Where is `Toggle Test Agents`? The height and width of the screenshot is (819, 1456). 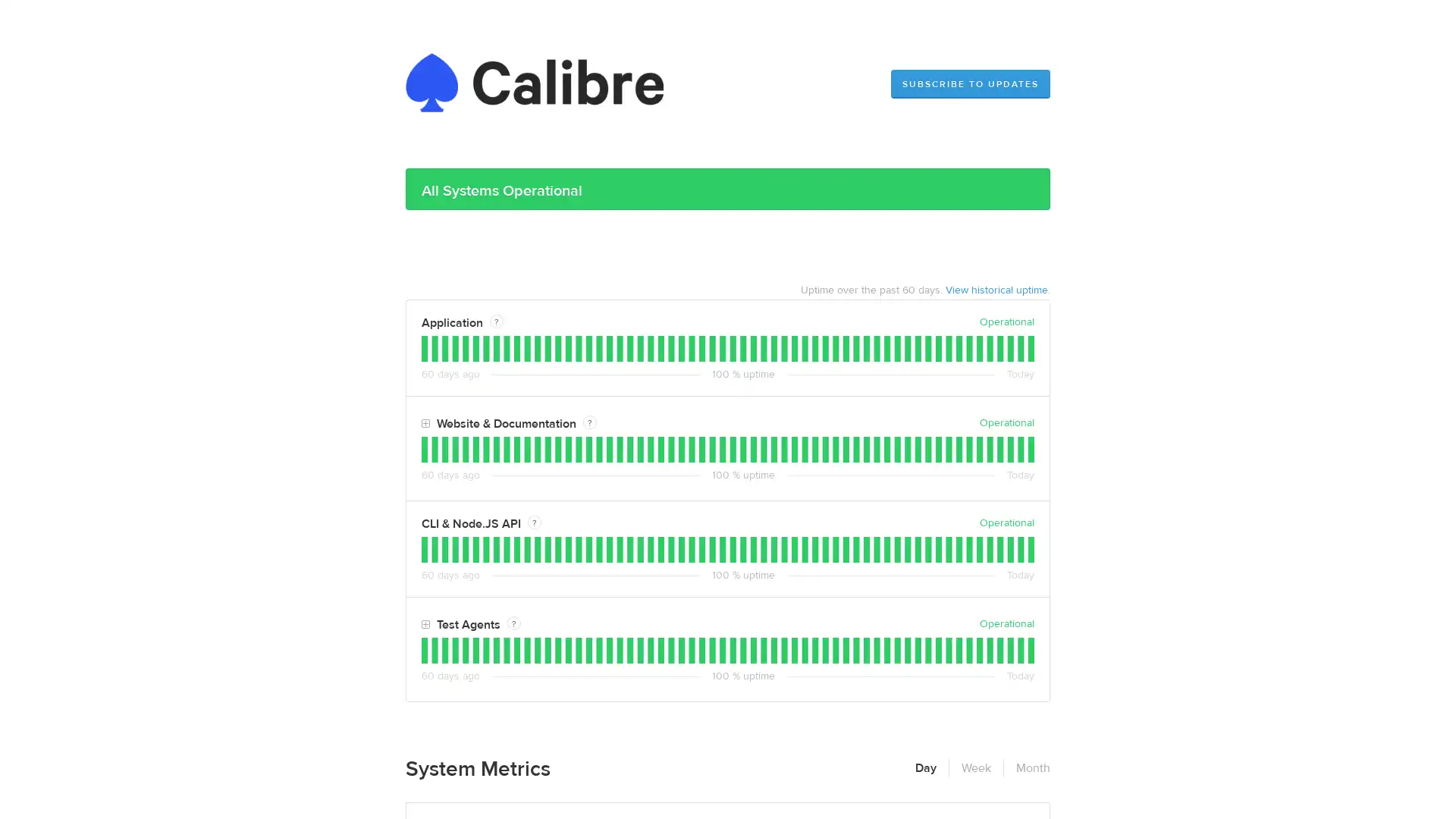 Toggle Test Agents is located at coordinates (425, 625).